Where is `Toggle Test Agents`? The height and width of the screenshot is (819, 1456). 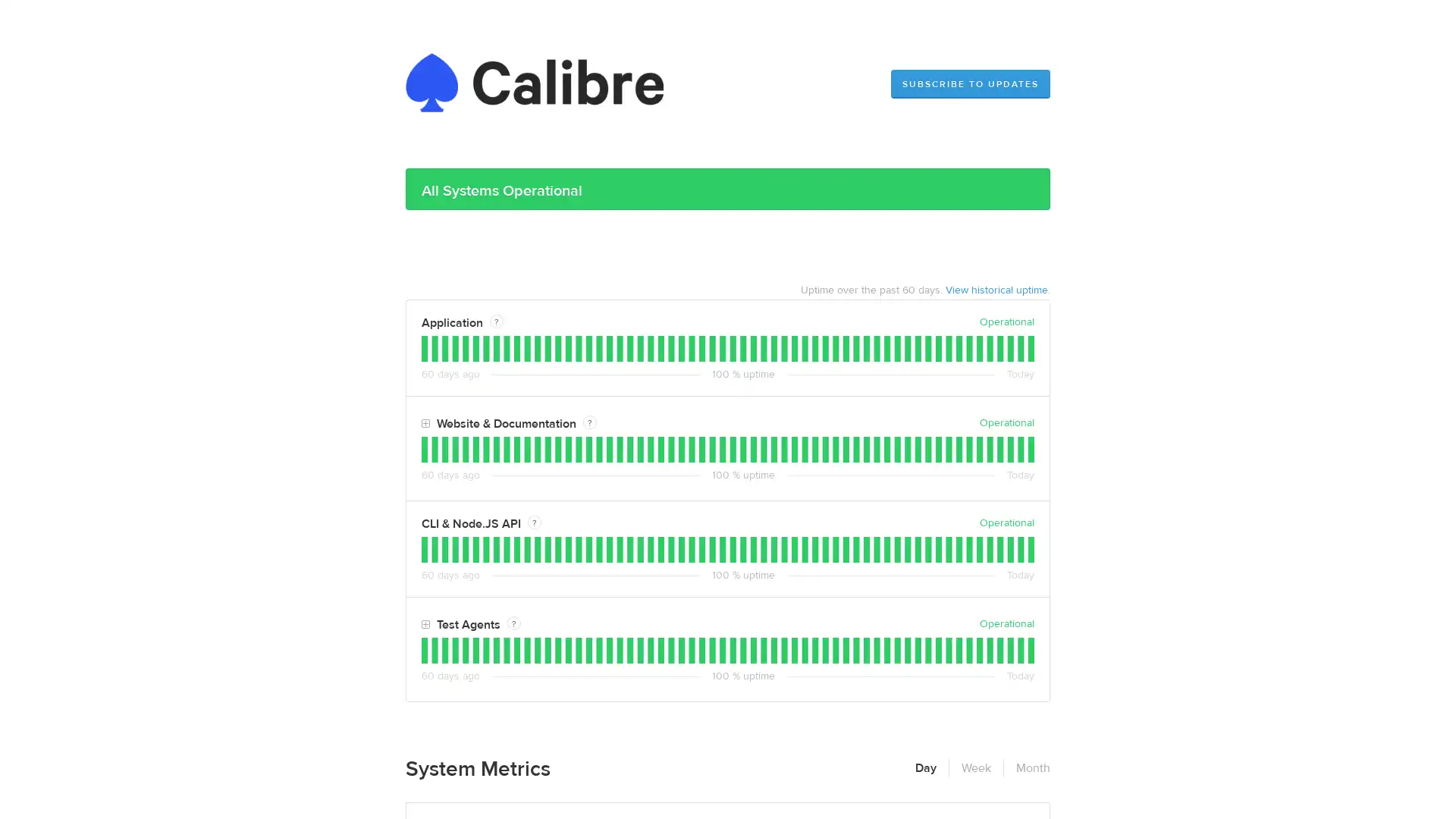 Toggle Test Agents is located at coordinates (425, 625).